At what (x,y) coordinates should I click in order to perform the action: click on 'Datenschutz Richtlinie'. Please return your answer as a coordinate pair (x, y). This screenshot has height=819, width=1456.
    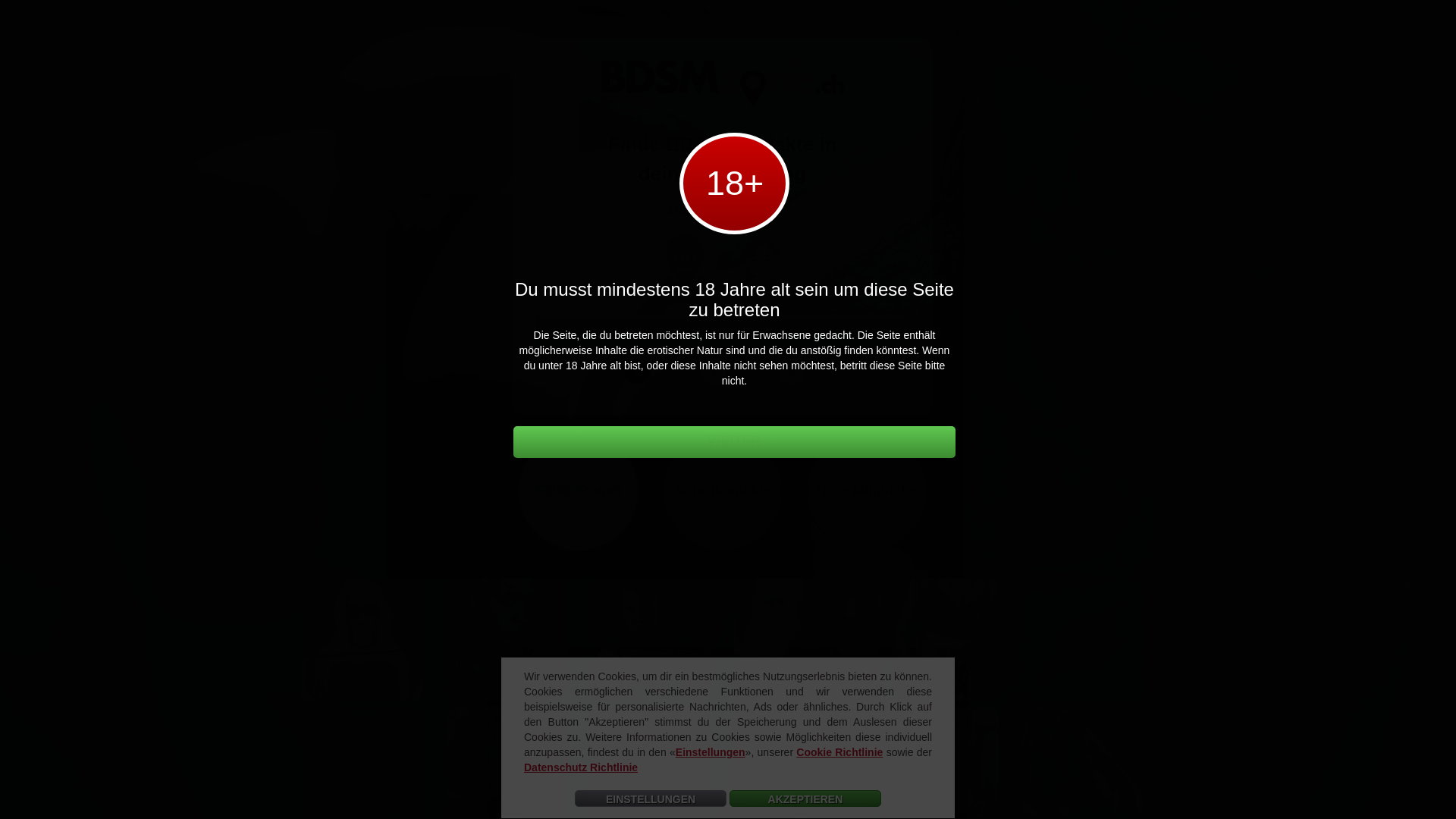
    Looking at the image, I should click on (580, 767).